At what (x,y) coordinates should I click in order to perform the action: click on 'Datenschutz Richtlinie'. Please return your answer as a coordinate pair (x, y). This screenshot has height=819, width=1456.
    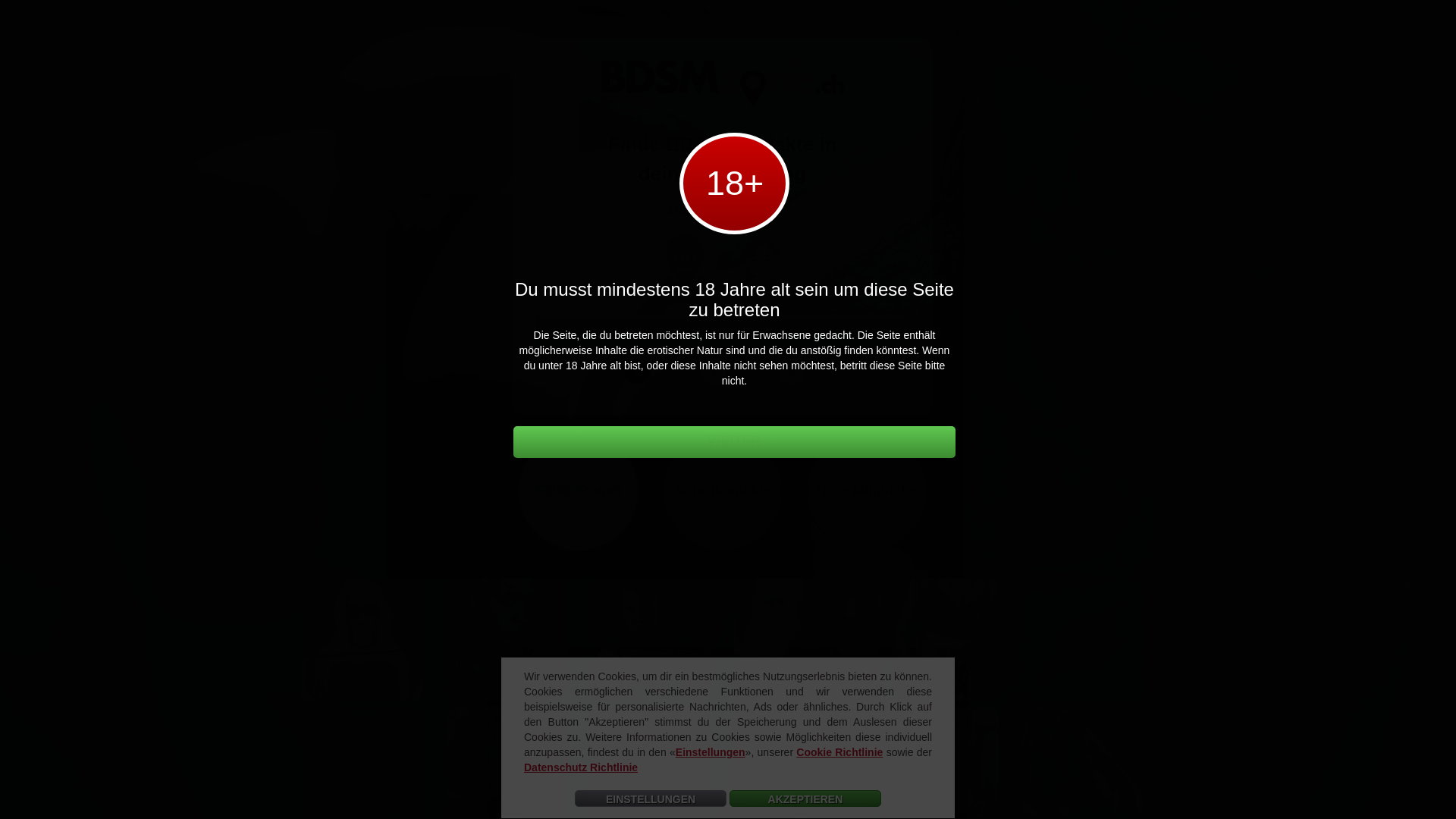
    Looking at the image, I should click on (580, 767).